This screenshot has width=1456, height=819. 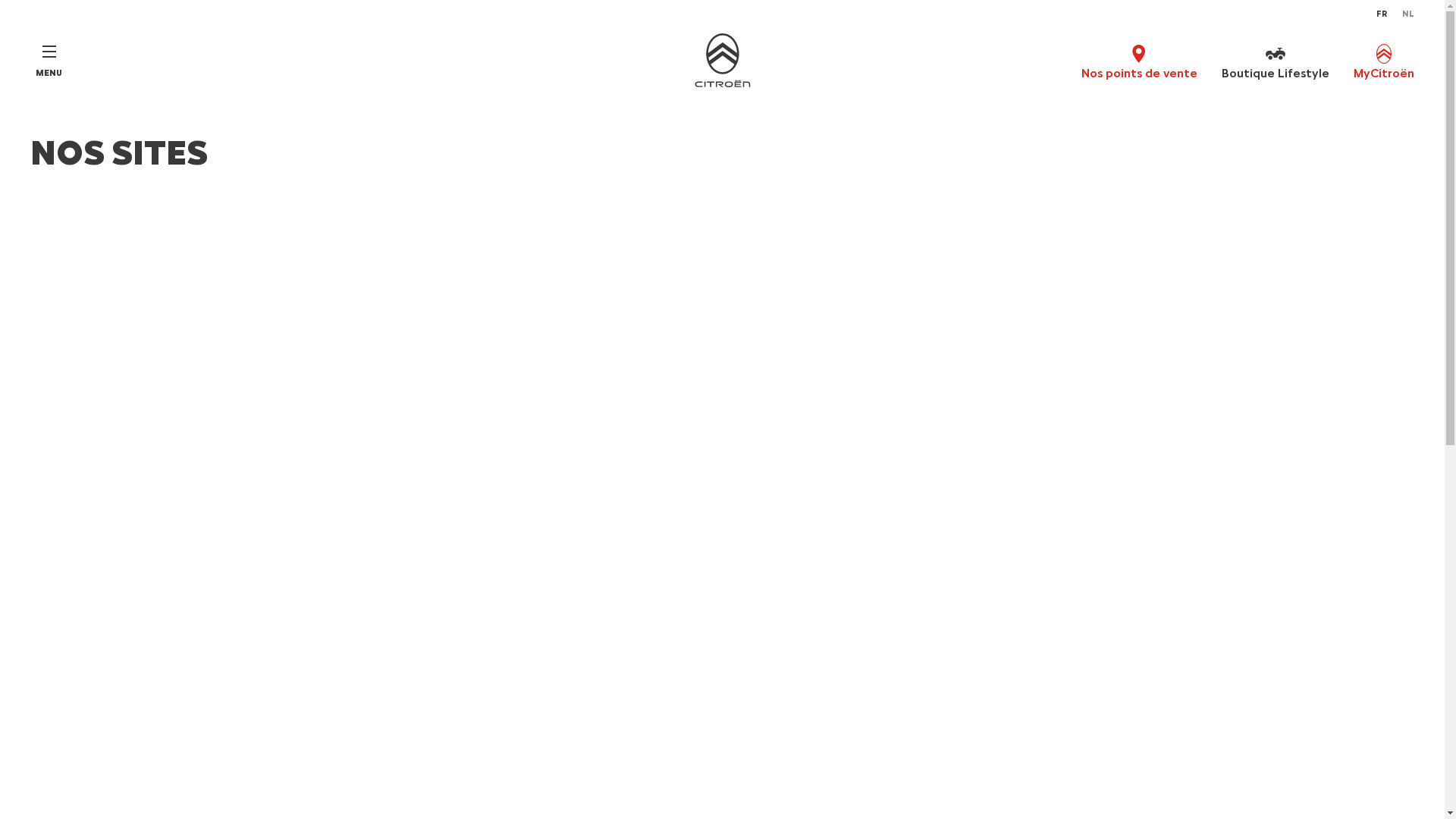 I want to click on 'FR', so click(x=1382, y=14).